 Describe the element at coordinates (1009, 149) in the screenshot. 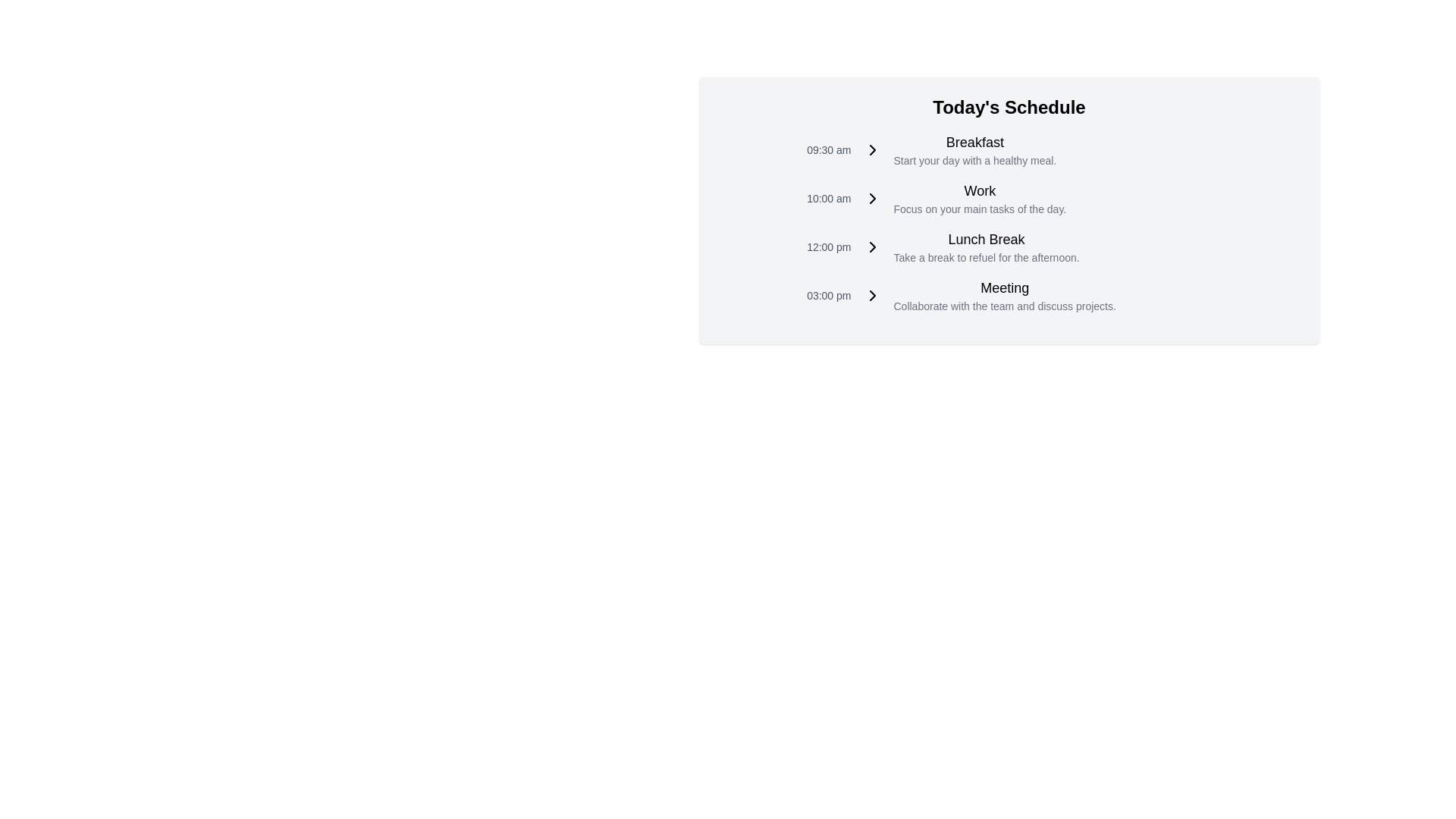

I see `the first Schedule List Entry in the 'Today's Schedule' section, which displays the time '09:30 am', an arrow icon, and the title 'Breakfast'` at that location.